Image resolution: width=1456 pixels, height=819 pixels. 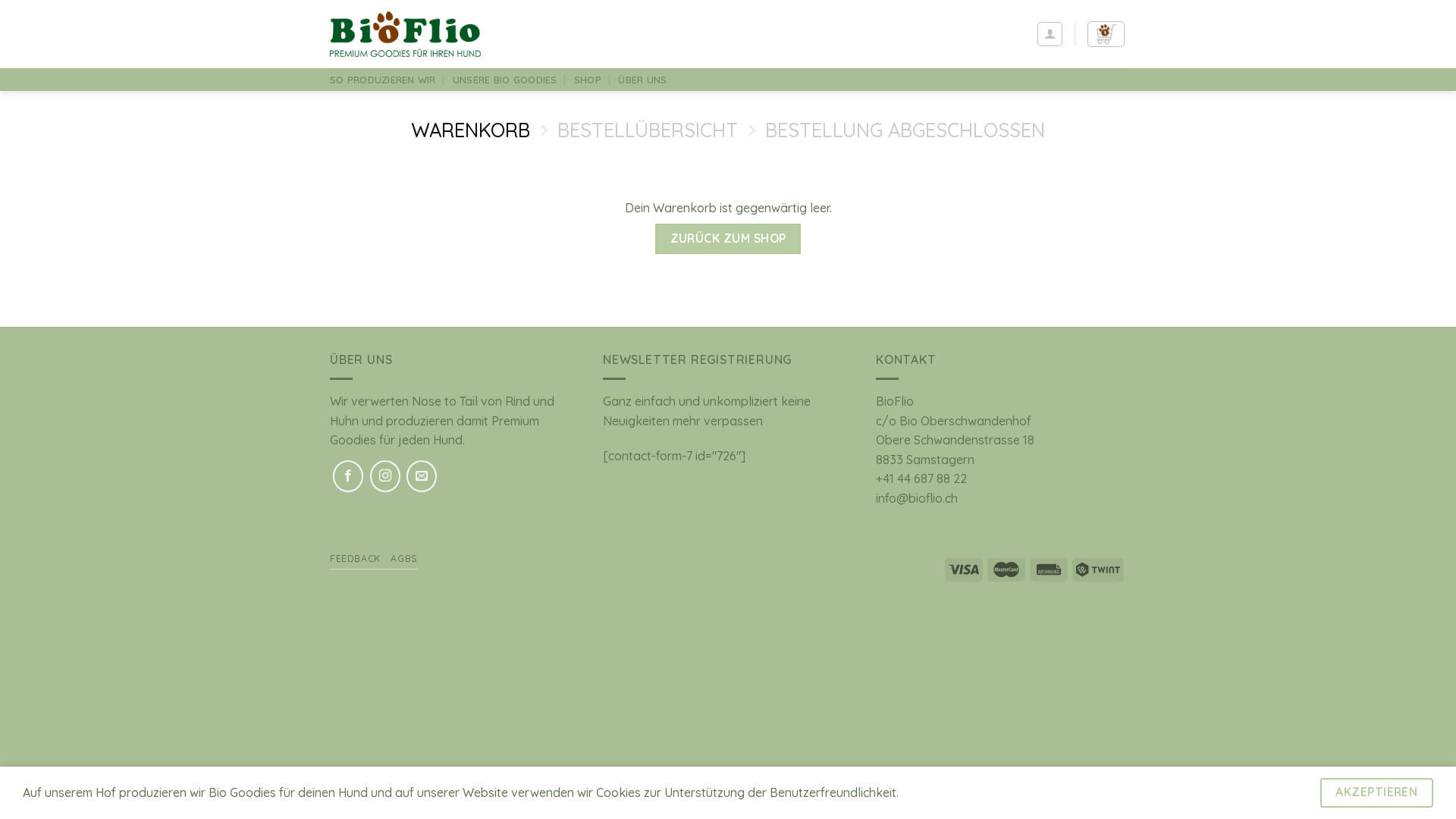 I want to click on 'Sende uns eine E-Mail', so click(x=422, y=475).